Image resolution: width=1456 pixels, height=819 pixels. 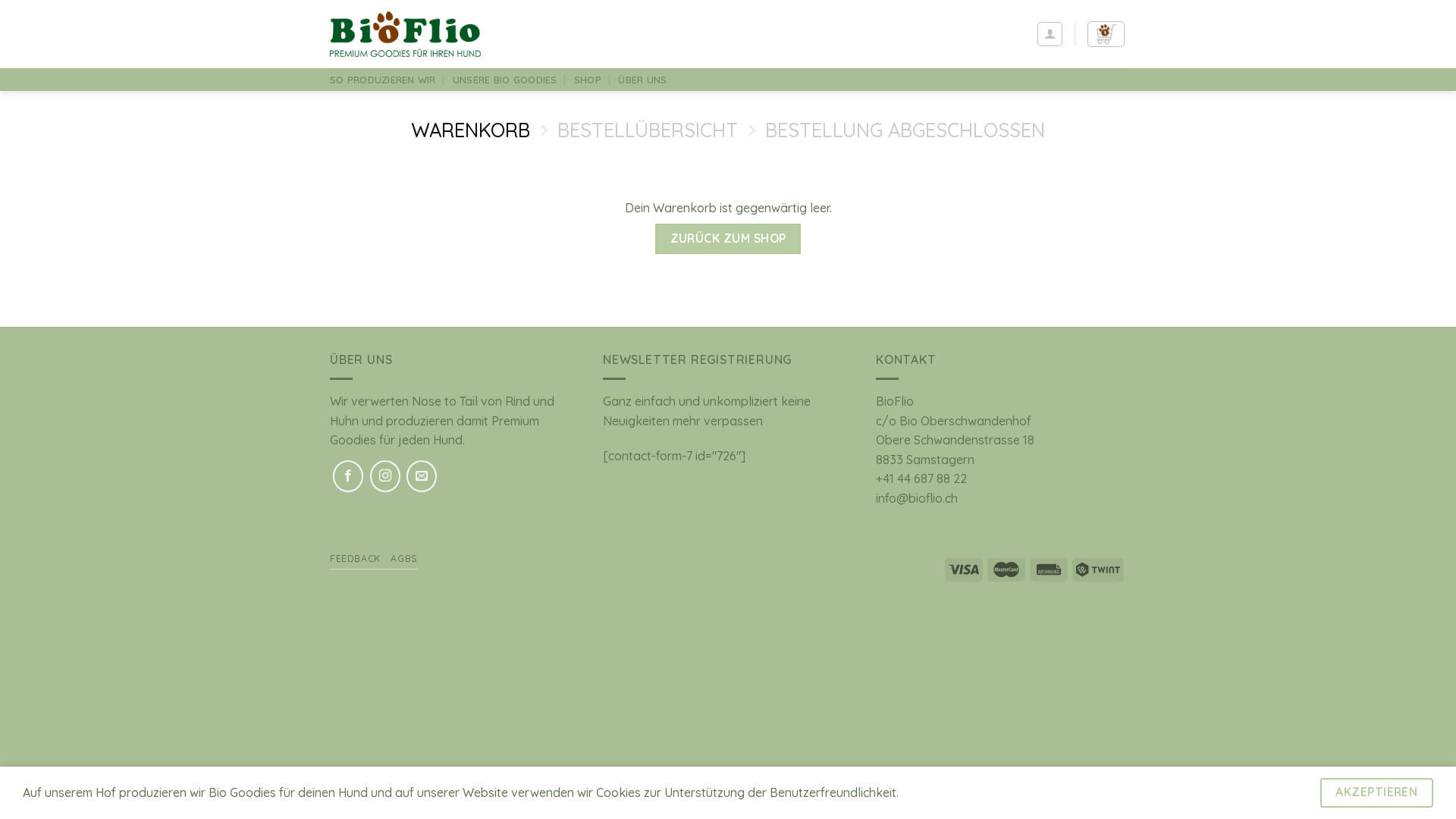 I want to click on 'Sende uns eine E-Mail', so click(x=422, y=475).